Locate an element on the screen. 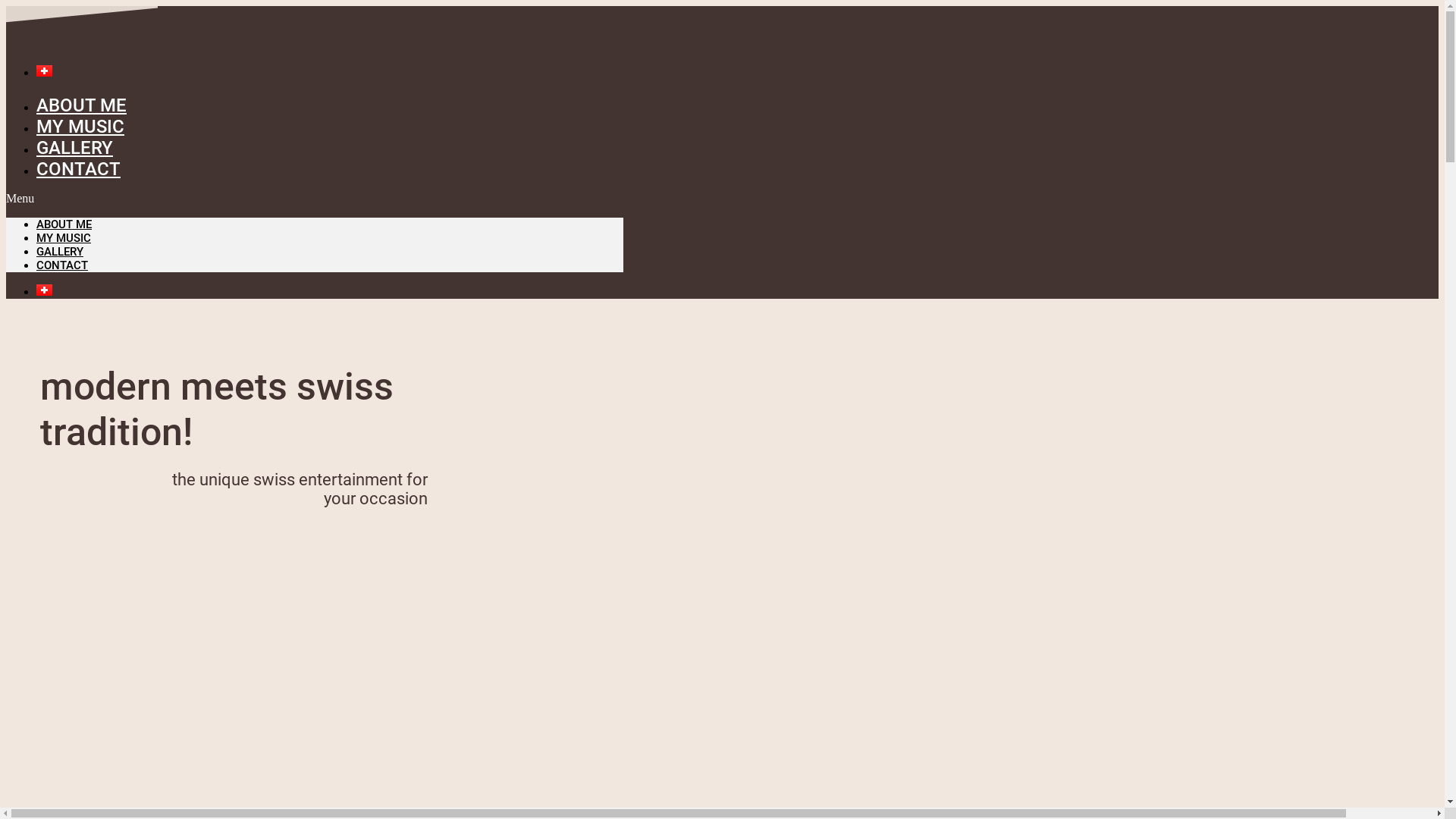 The width and height of the screenshot is (1456, 819). 'MY MUSIC' is located at coordinates (36, 125).